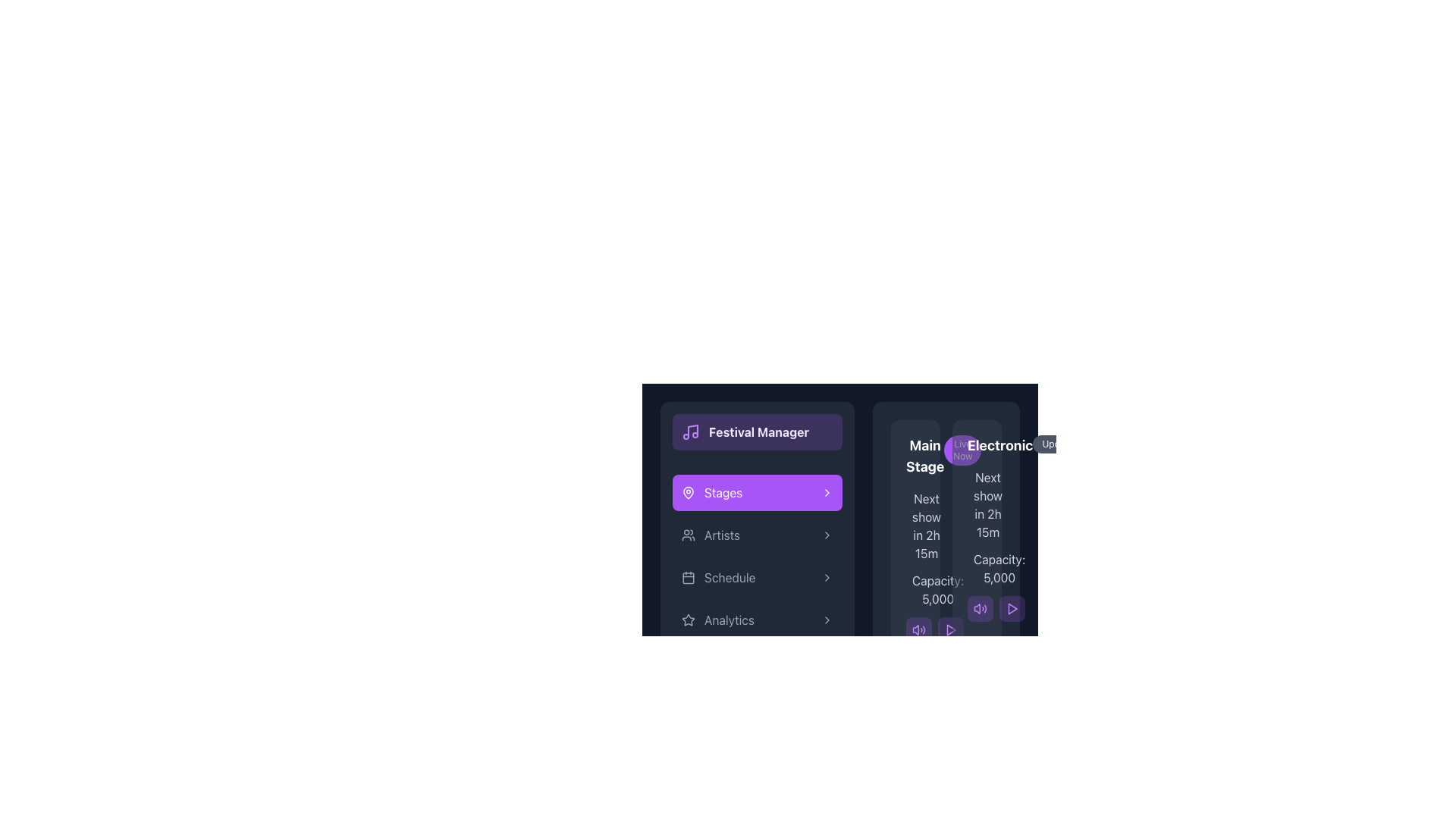 The height and width of the screenshot is (819, 1456). What do you see at coordinates (1012, 607) in the screenshot?
I see `the rightmost triangular play button in the 'Electronic Stage' section to initiate playback of the associated media` at bounding box center [1012, 607].